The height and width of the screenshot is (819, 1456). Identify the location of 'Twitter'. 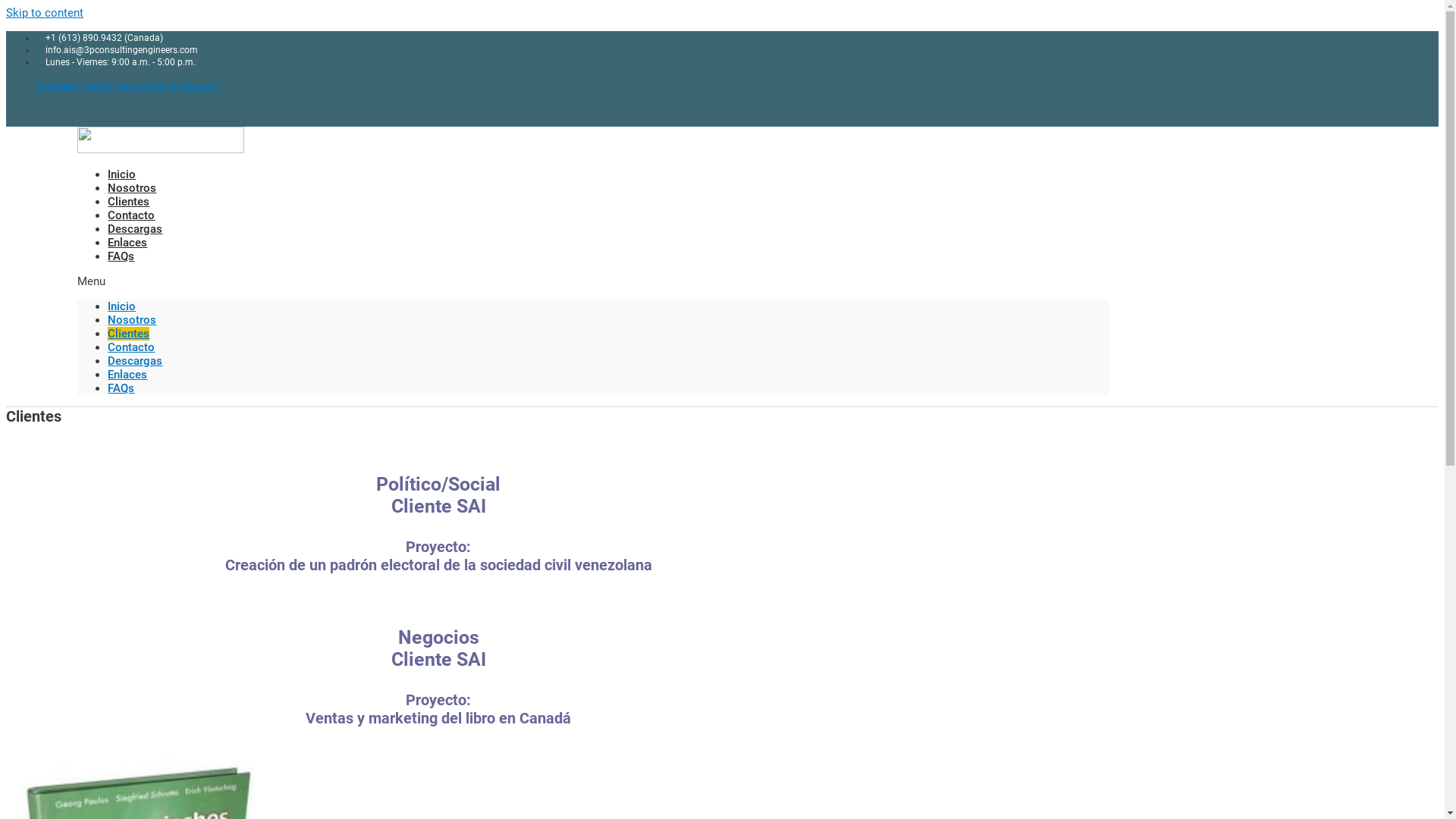
(99, 85).